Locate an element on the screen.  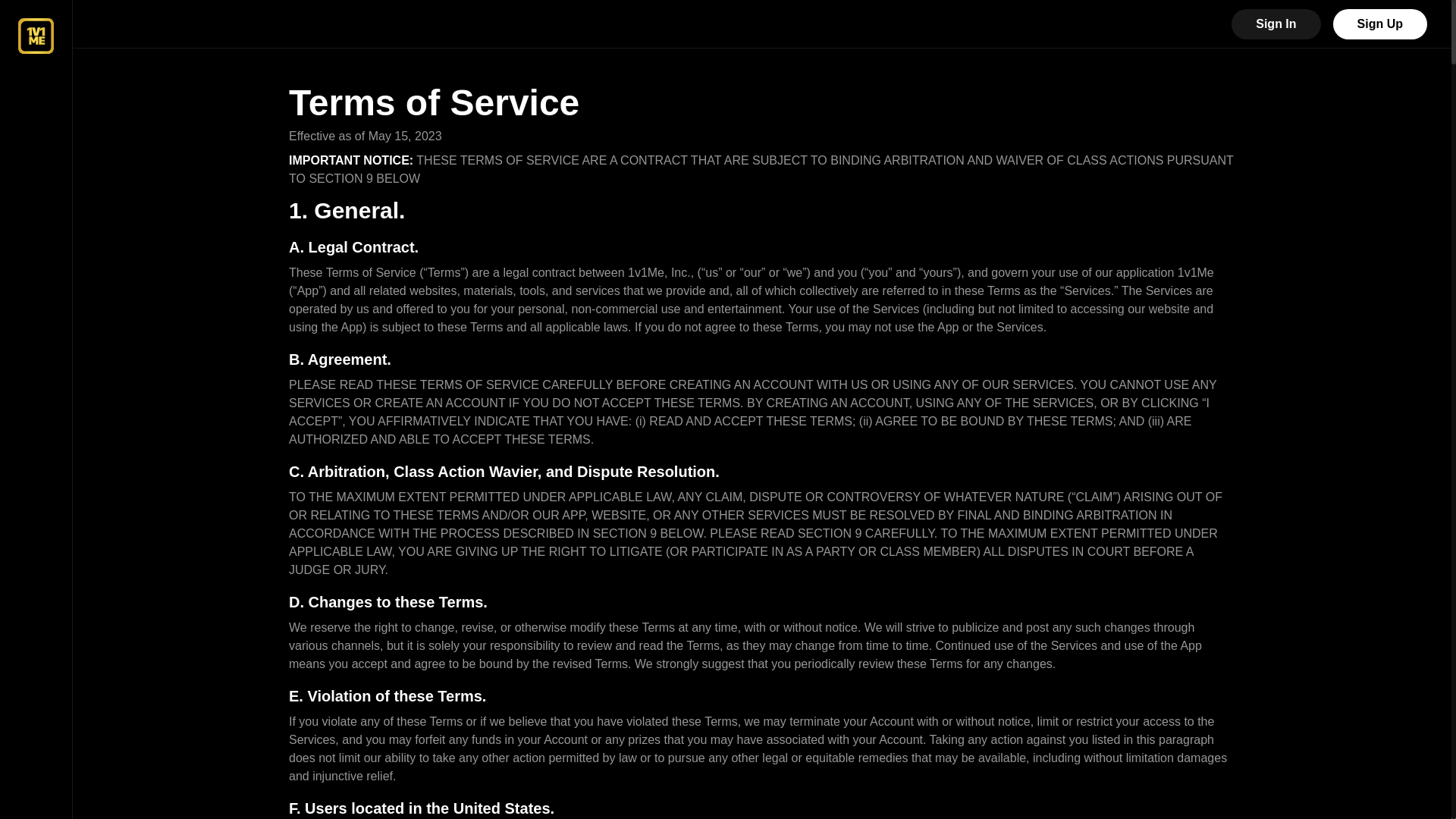
'Sign In' is located at coordinates (1275, 24).